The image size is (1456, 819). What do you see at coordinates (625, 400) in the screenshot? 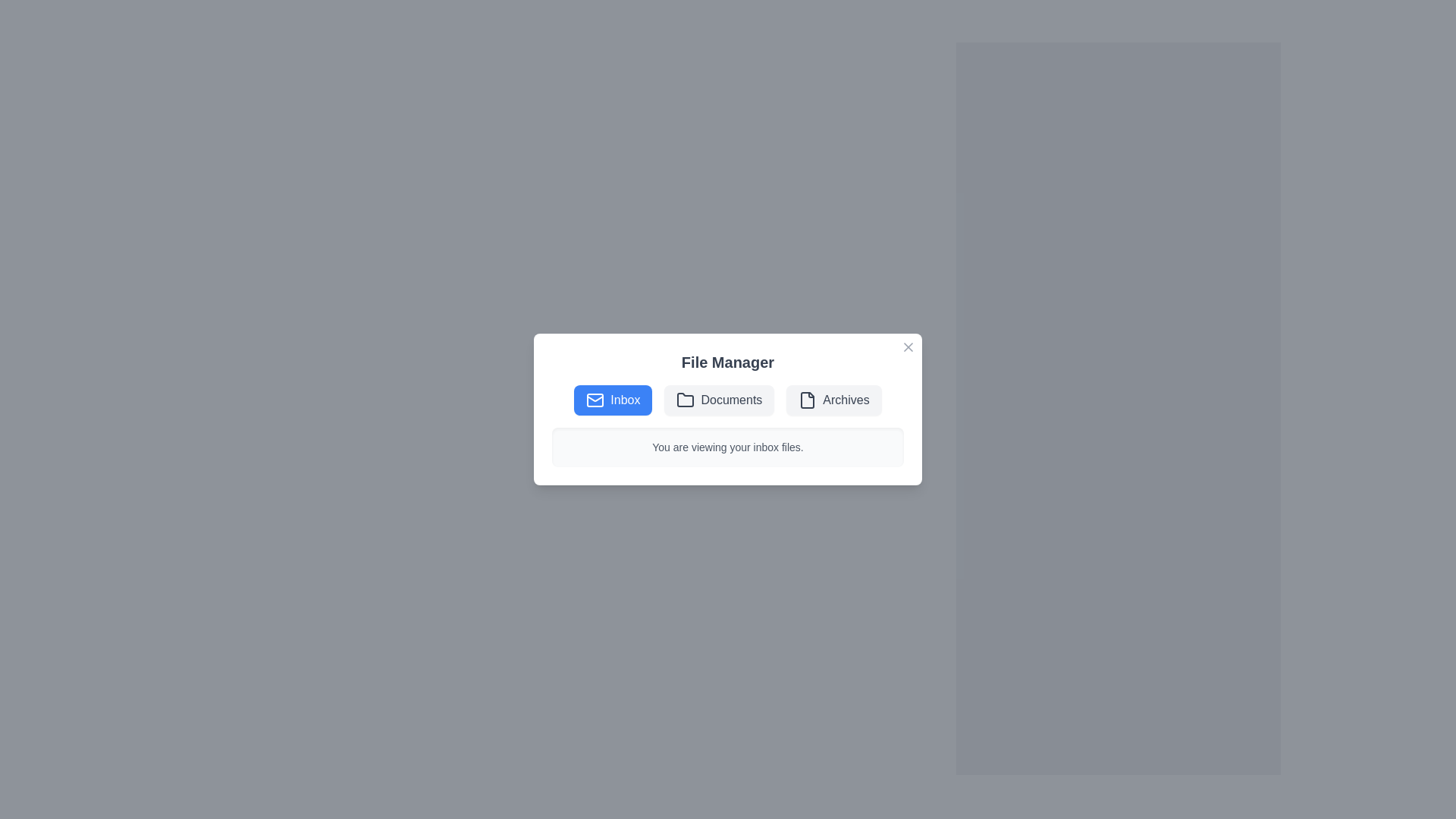
I see `the 'Inbox' text label within the button` at bounding box center [625, 400].